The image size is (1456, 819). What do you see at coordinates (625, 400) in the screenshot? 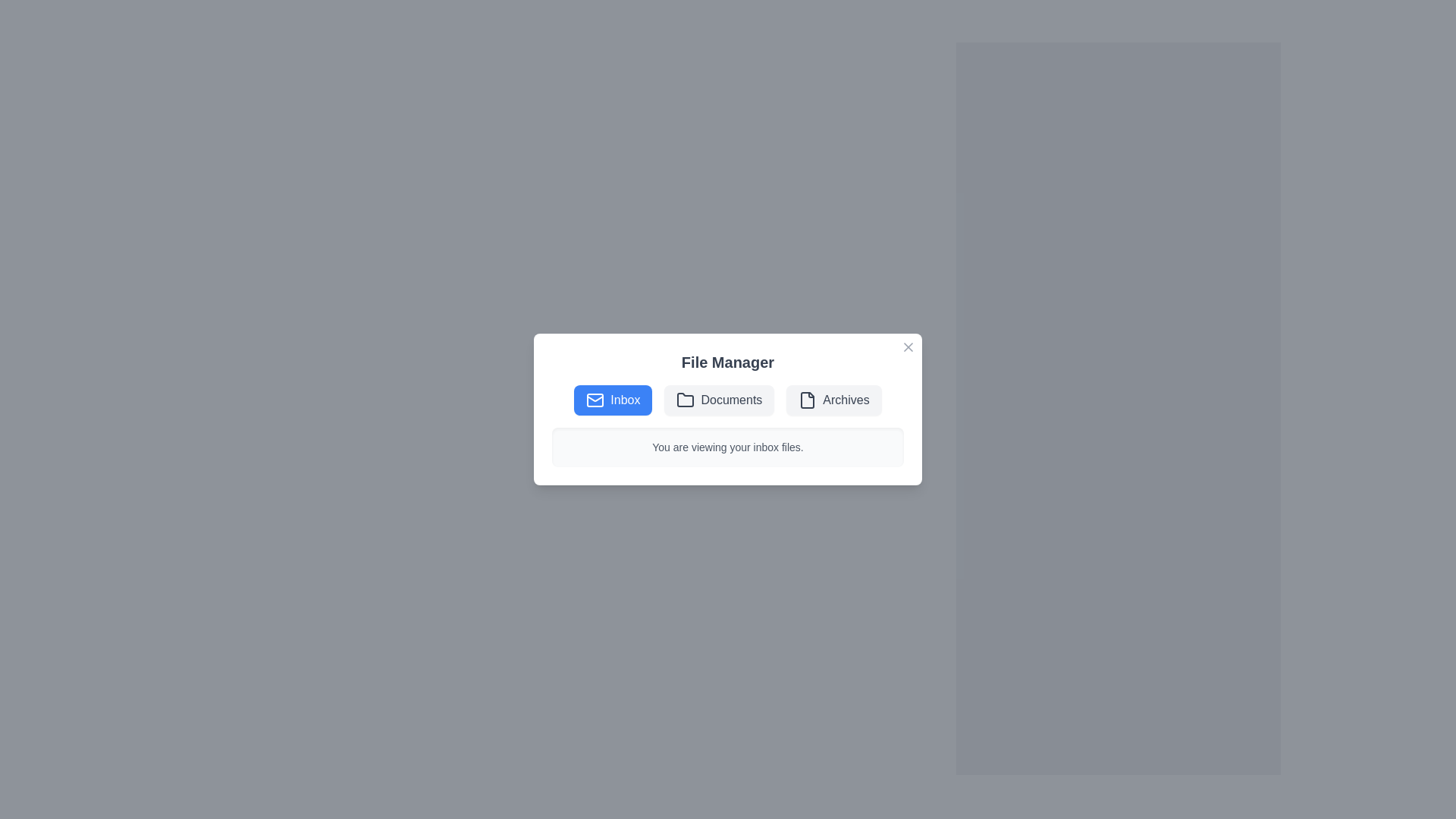
I see `the 'Inbox' text label within the button` at bounding box center [625, 400].